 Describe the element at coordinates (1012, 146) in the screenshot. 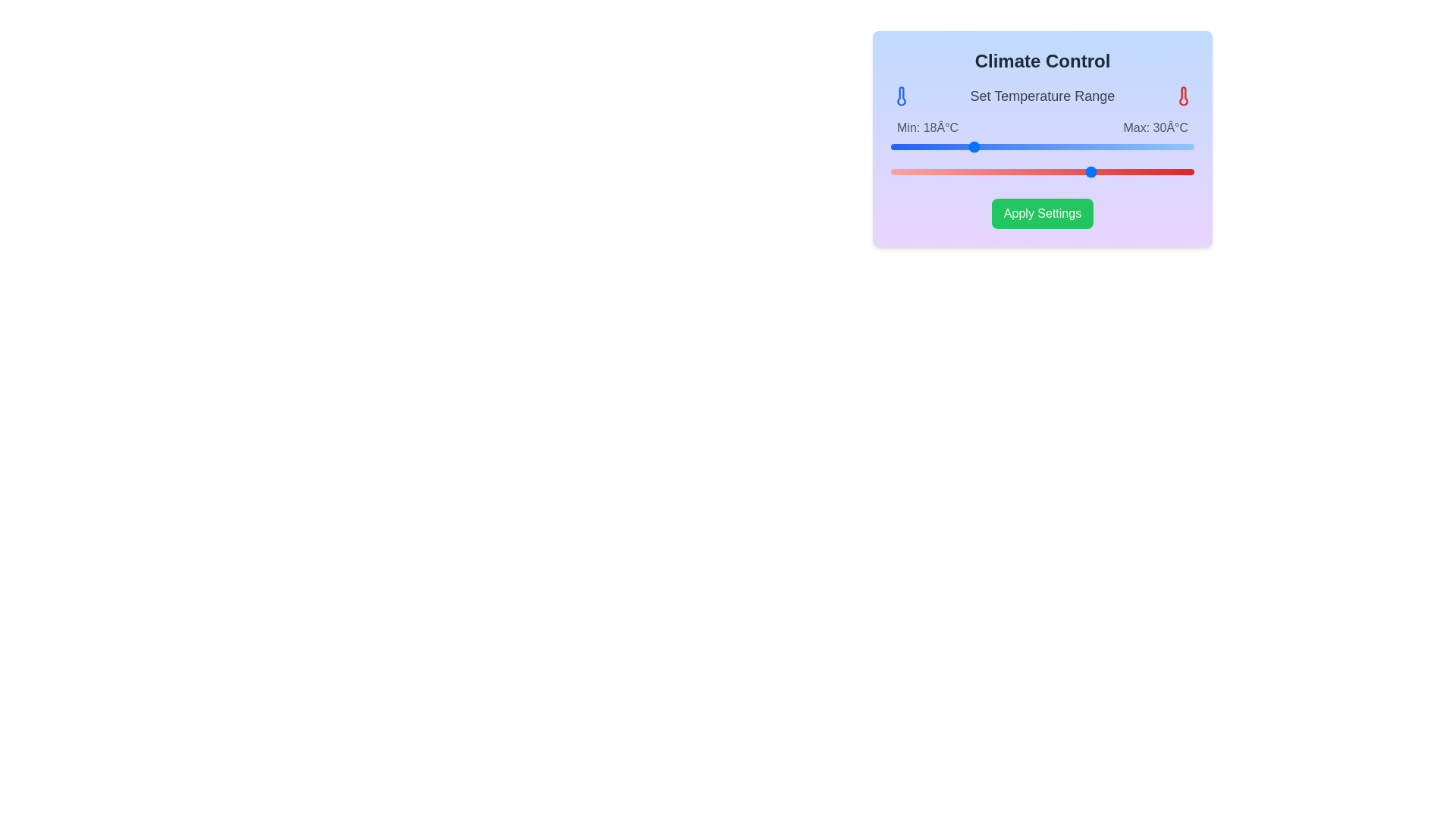

I see `the left slider to set the minimum temperature to 22°C` at that location.